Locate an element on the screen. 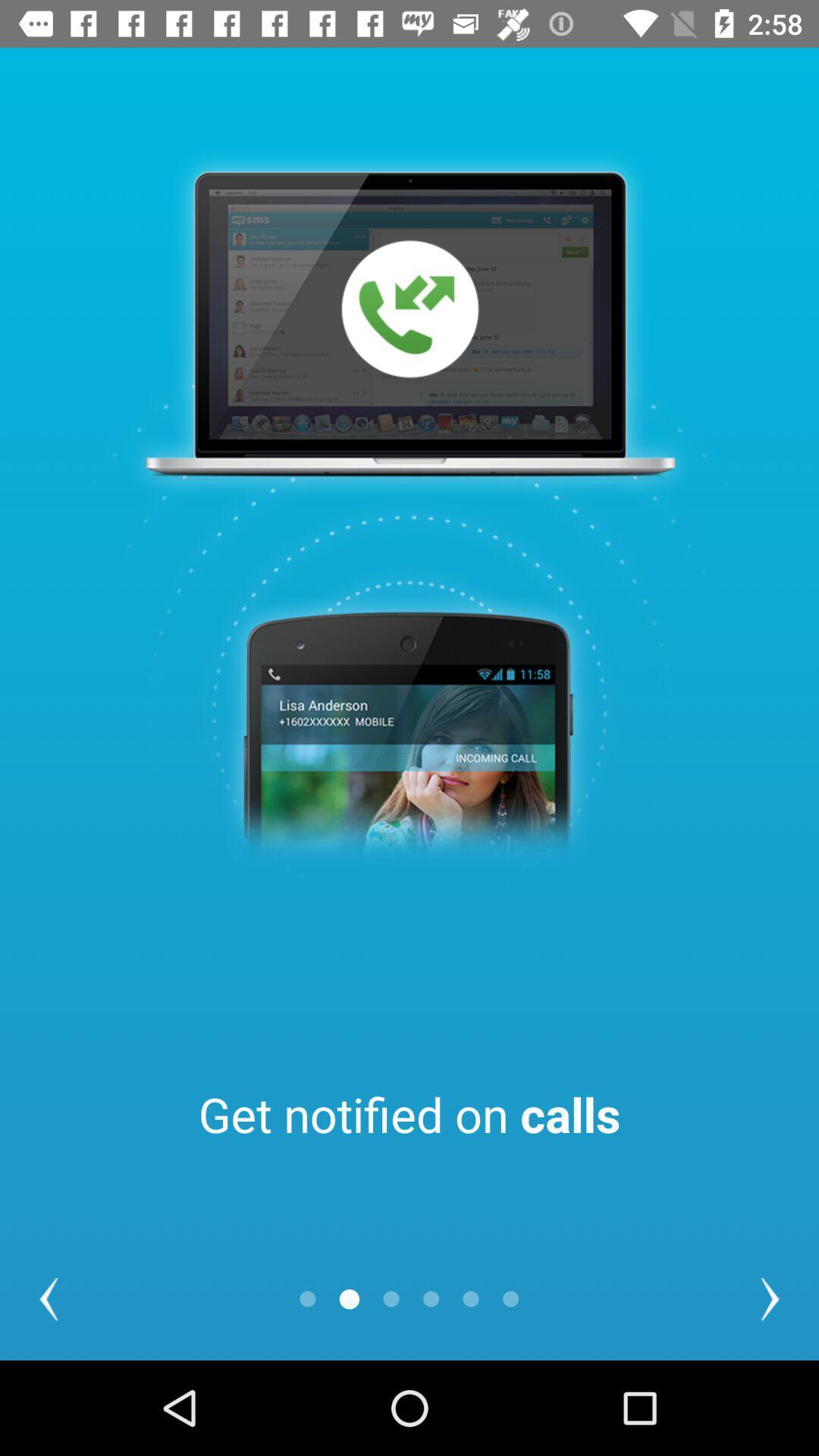 Image resolution: width=819 pixels, height=1456 pixels. the arrow_backward icon is located at coordinates (48, 1298).